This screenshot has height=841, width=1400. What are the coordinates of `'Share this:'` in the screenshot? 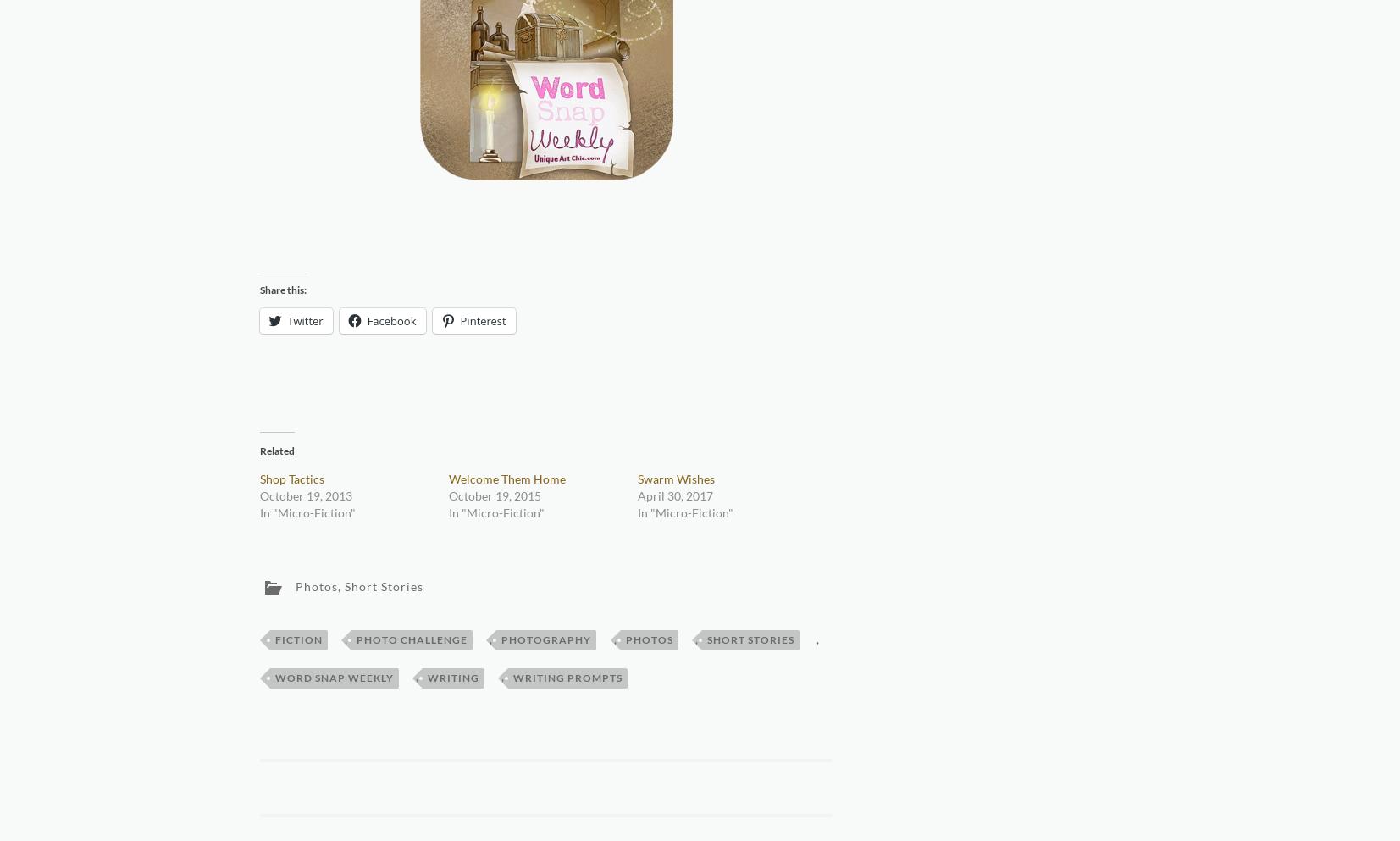 It's located at (257, 288).